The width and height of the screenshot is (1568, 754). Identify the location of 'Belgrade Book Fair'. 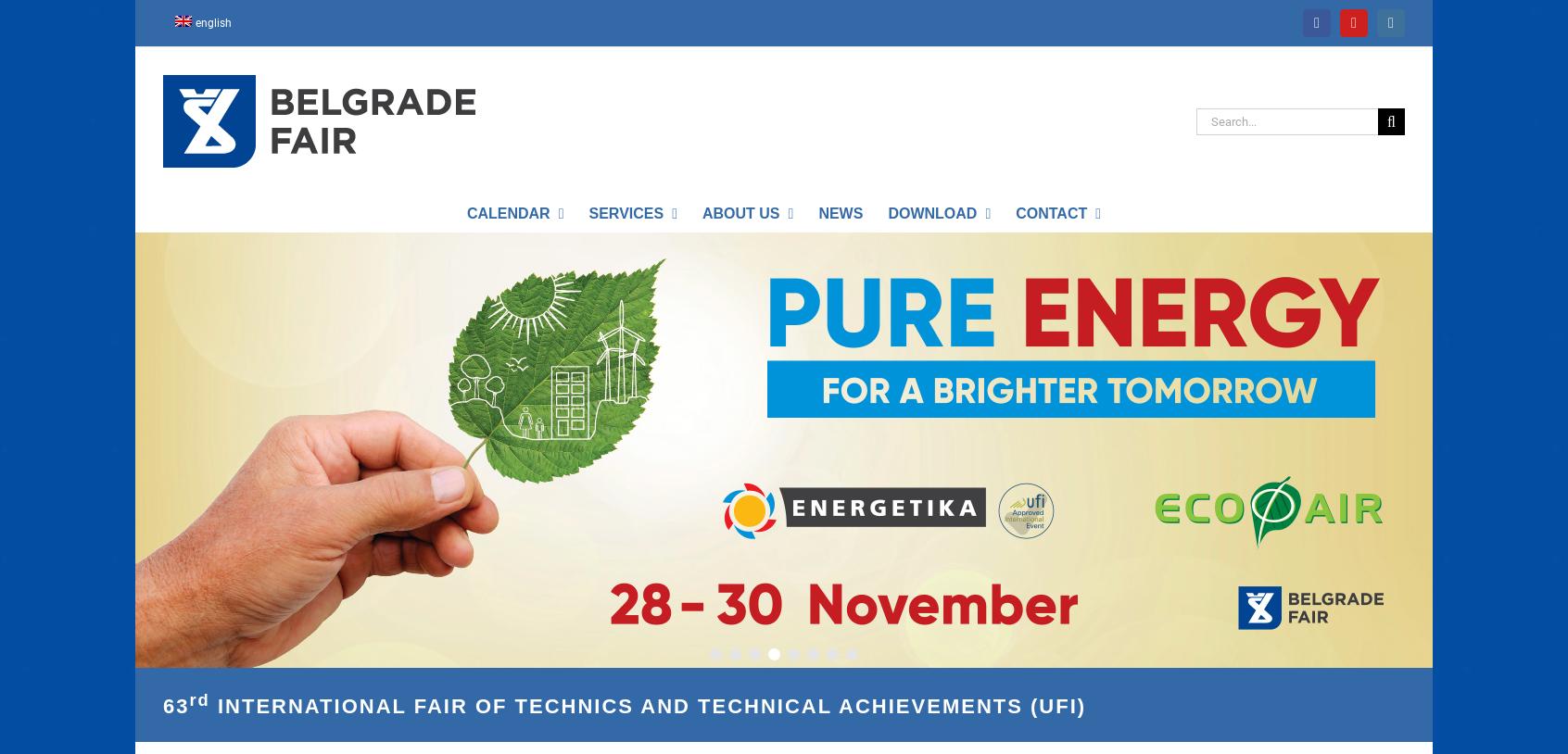
(714, 616).